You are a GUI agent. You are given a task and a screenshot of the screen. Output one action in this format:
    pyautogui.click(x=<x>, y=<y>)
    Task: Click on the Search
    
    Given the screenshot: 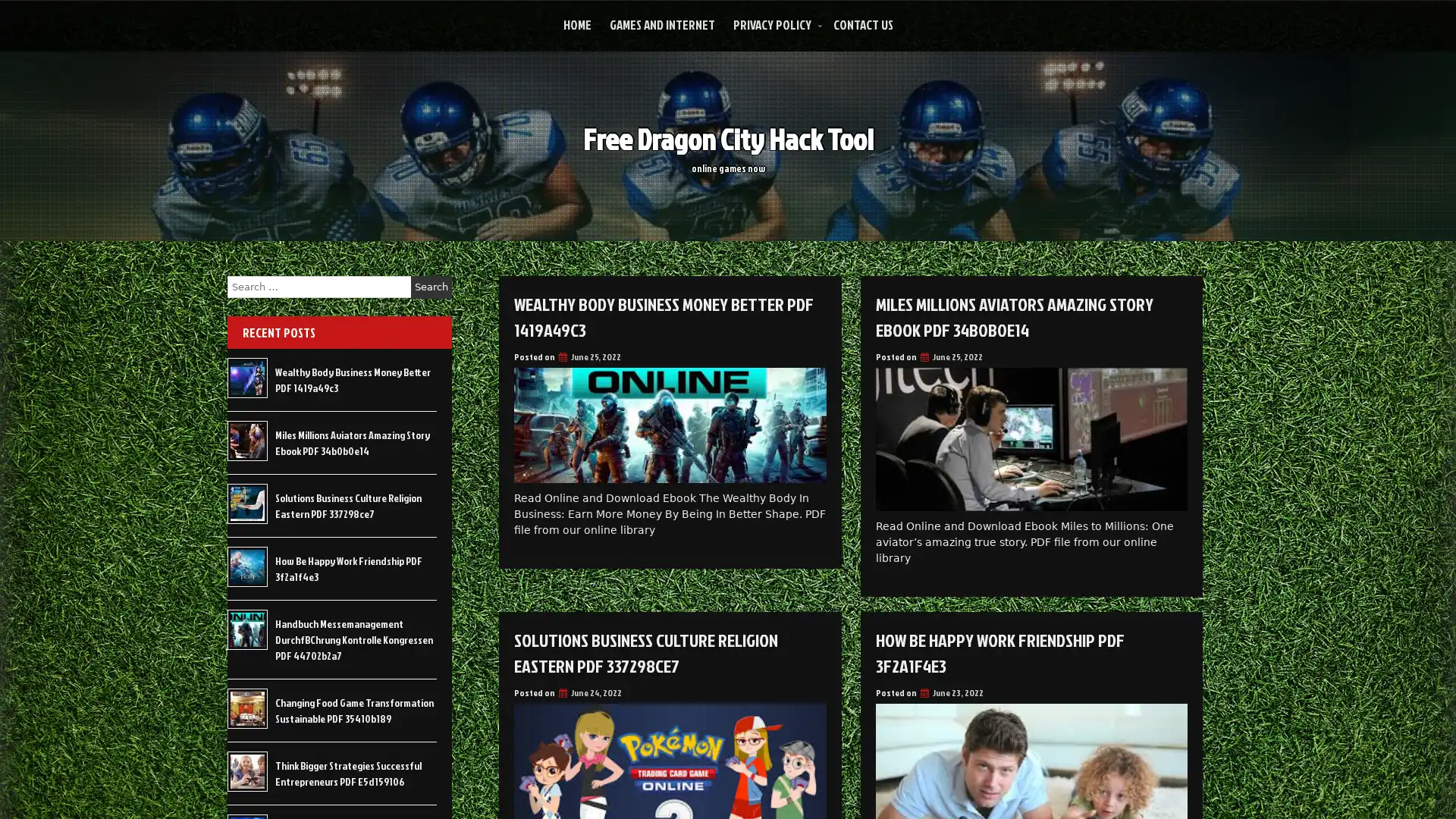 What is the action you would take?
    pyautogui.click(x=431, y=287)
    